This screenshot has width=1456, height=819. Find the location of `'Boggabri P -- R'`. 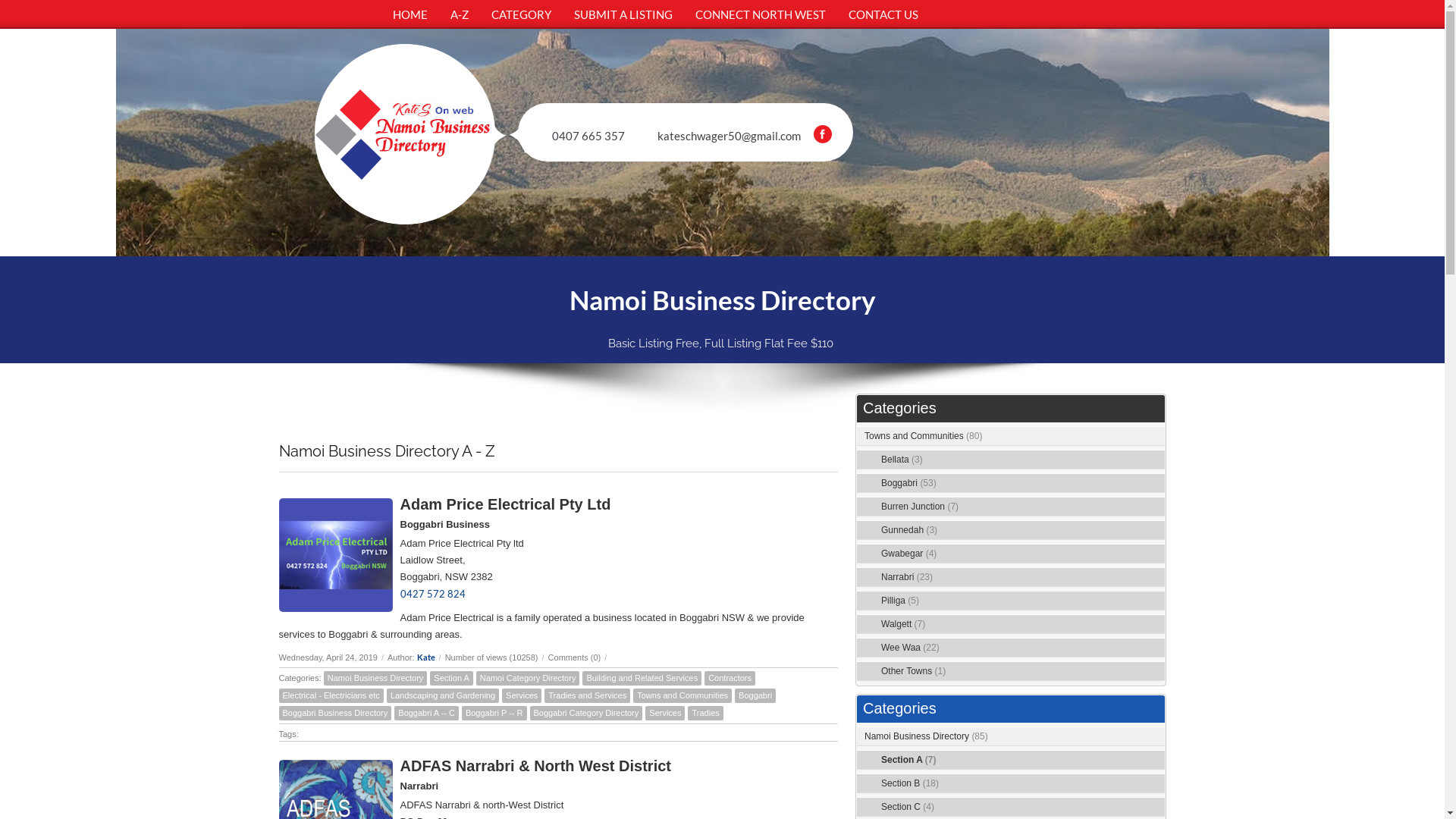

'Boggabri P -- R' is located at coordinates (494, 713).